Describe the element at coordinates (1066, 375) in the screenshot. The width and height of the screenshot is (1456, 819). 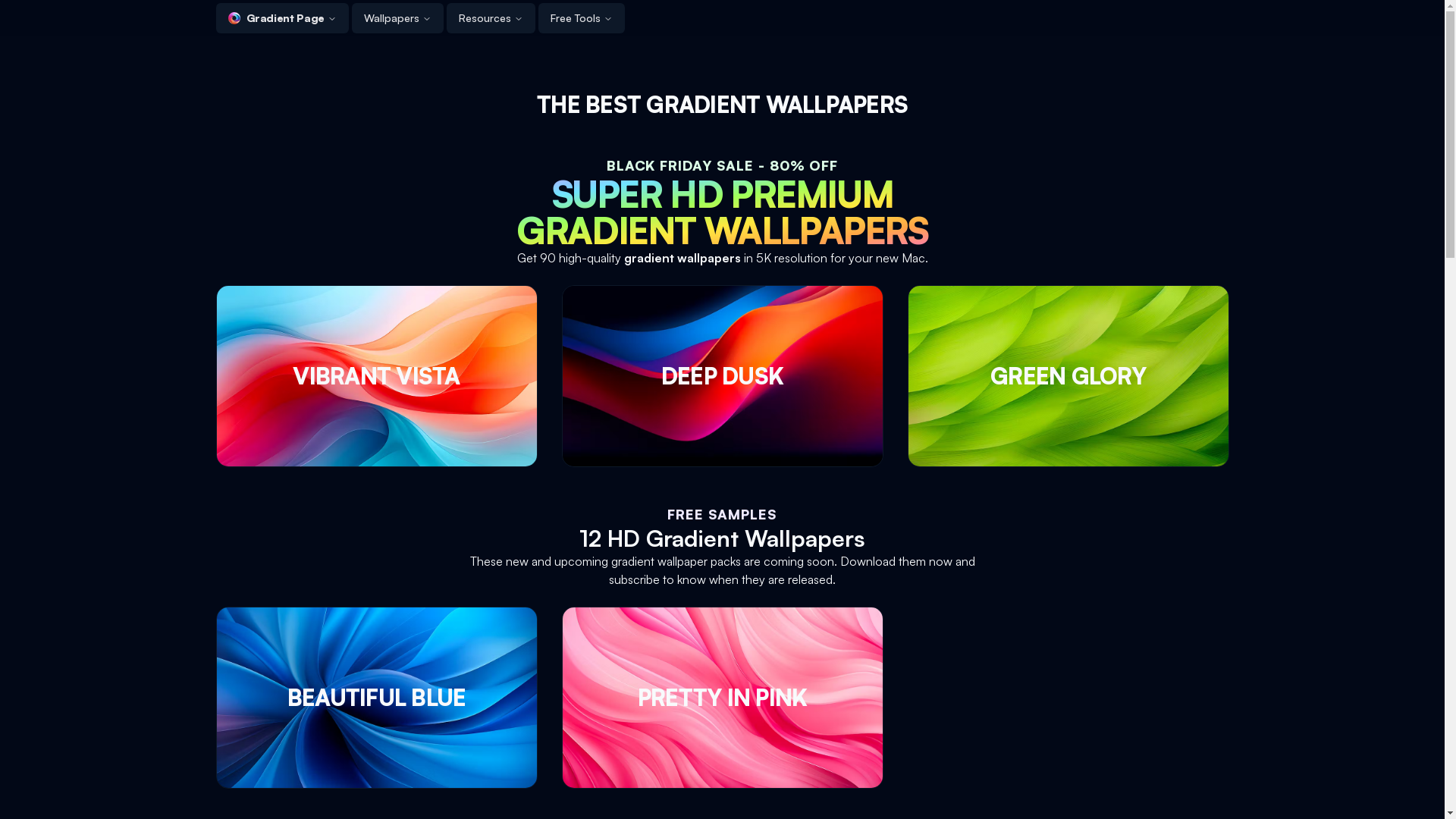
I see `'GREEN GLORY'` at that location.